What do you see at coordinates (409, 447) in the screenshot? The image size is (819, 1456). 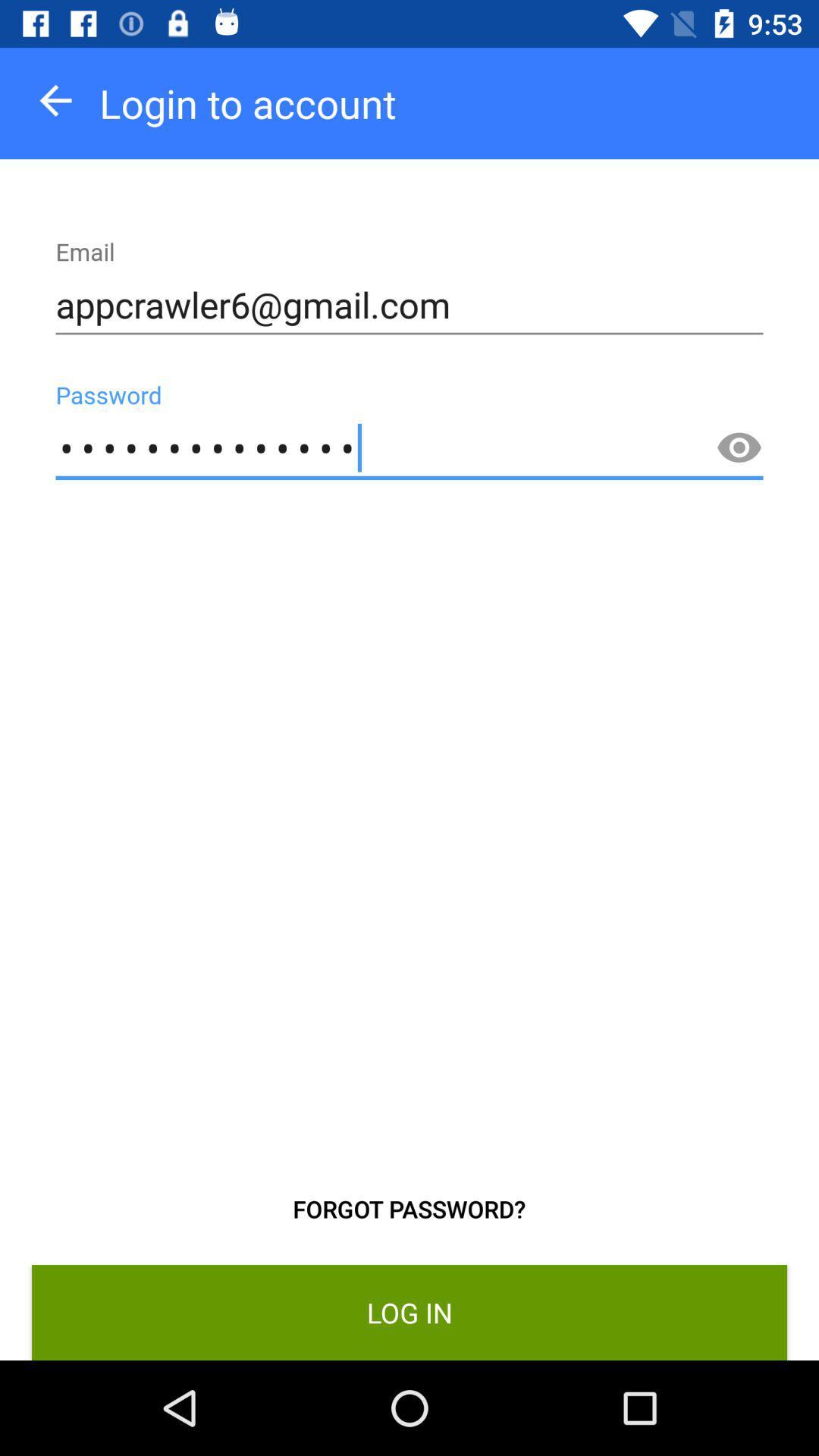 I see `the appcrawler3116 icon` at bounding box center [409, 447].